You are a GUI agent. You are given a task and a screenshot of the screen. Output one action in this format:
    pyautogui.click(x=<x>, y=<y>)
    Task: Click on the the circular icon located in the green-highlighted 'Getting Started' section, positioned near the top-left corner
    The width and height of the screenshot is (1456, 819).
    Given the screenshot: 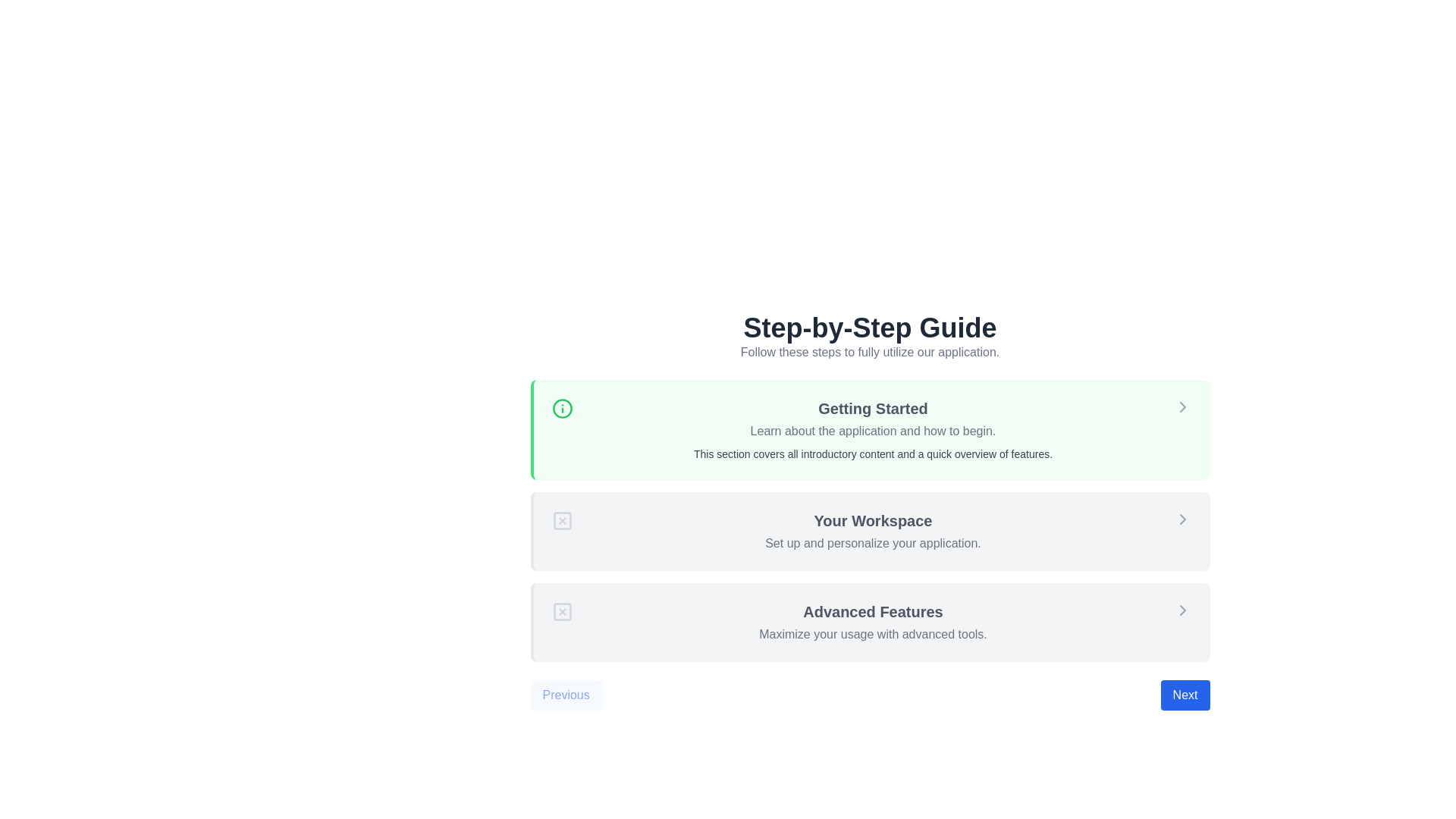 What is the action you would take?
    pyautogui.click(x=561, y=408)
    